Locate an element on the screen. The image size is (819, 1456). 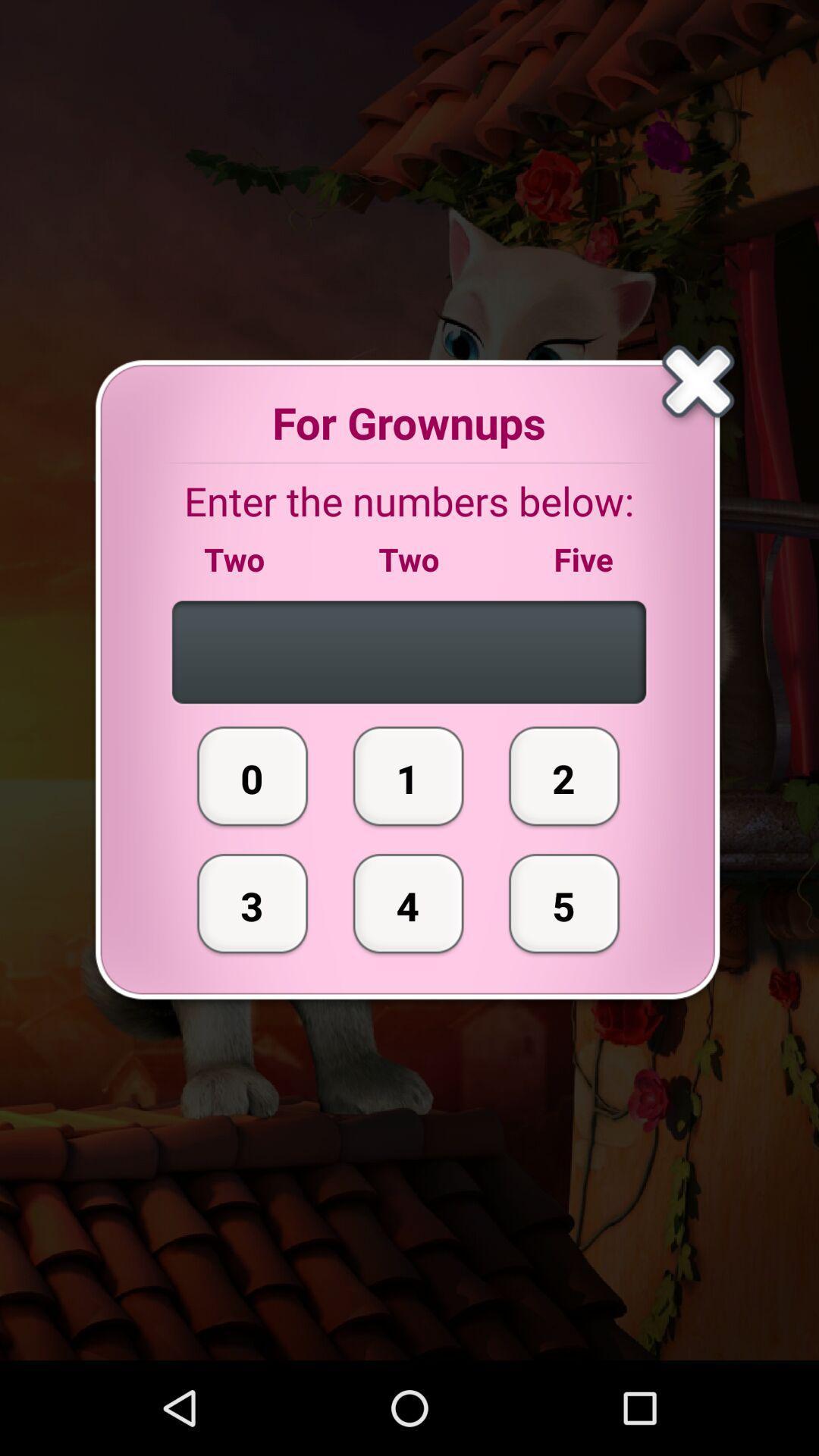
the button next to the 2 item is located at coordinates (408, 776).